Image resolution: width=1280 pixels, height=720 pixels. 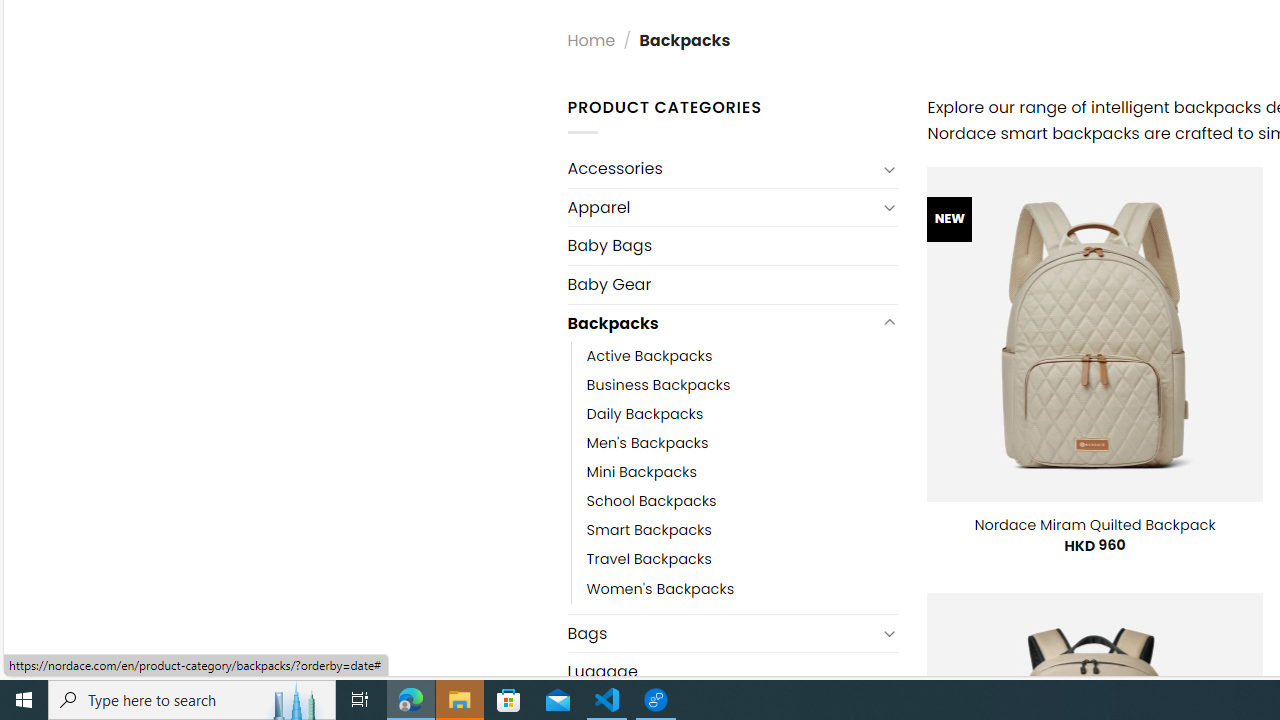 I want to click on 'Daily Backpacks', so click(x=645, y=414).